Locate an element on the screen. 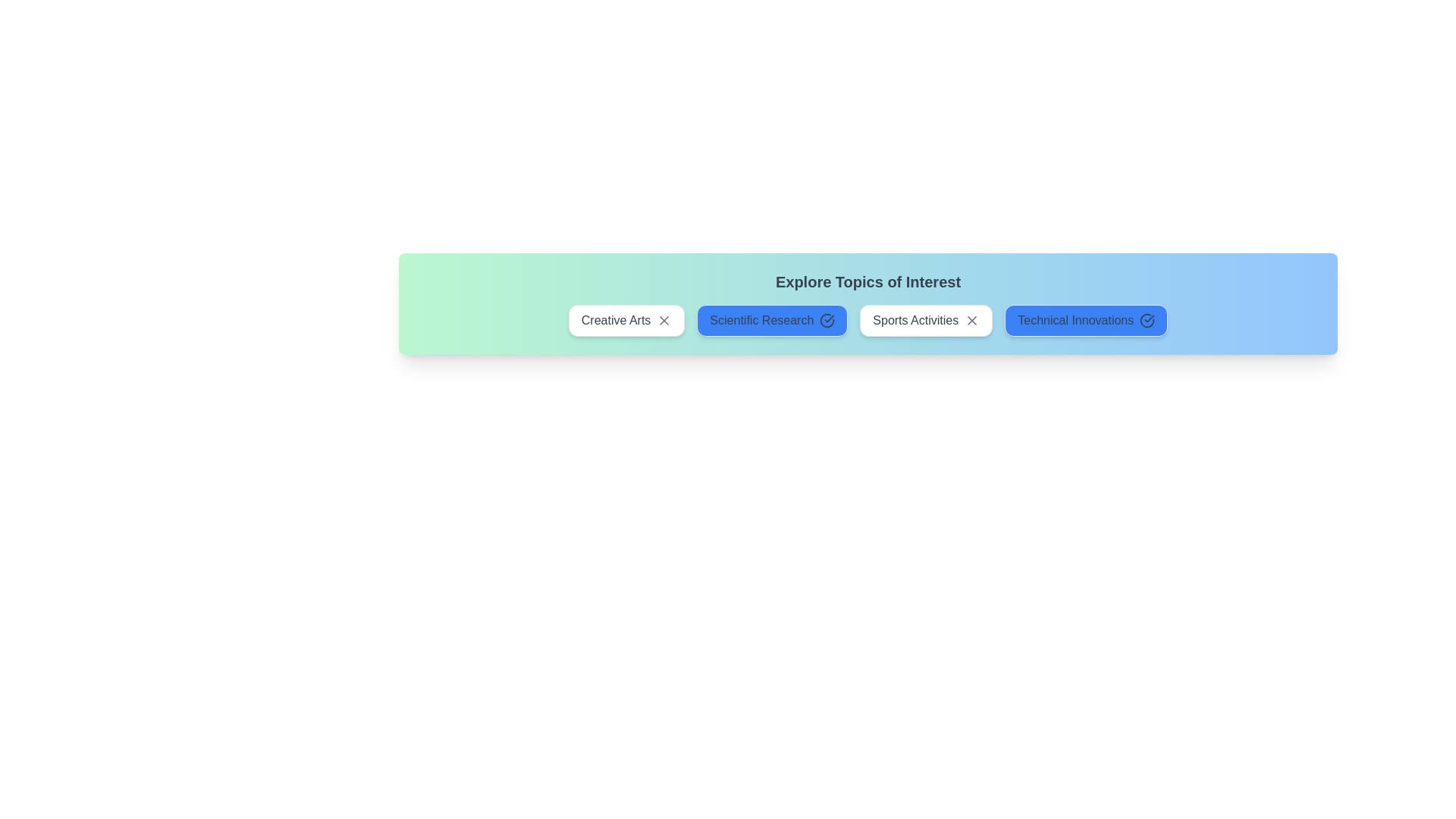 This screenshot has width=1456, height=819. the chip labeled 'Creative Arts' to observe its visual feedback is located at coordinates (626, 320).